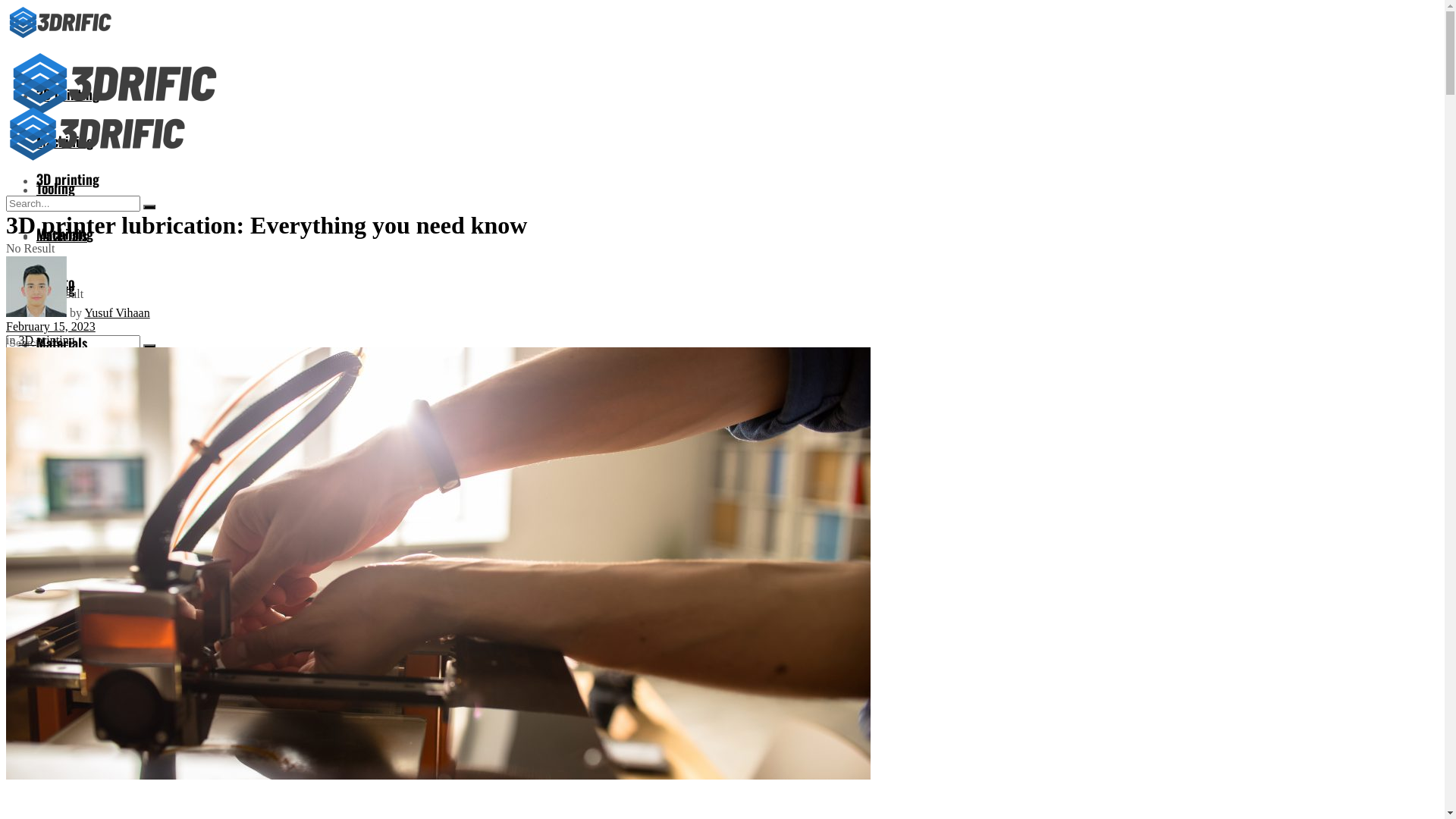 The image size is (1456, 819). Describe the element at coordinates (55, 187) in the screenshot. I see `'Tooling'` at that location.